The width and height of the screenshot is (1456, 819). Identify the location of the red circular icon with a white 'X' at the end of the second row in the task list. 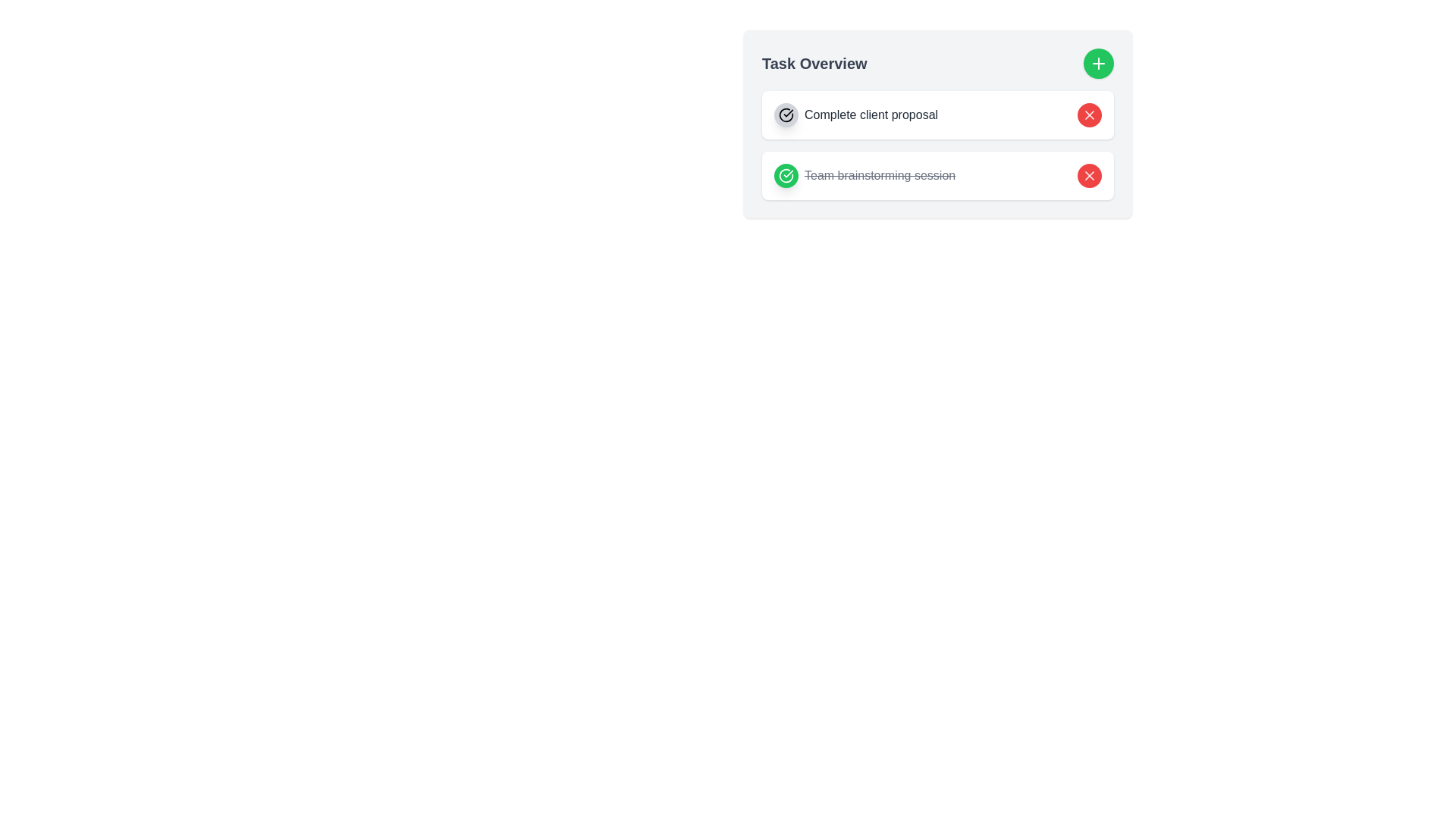
(1088, 114).